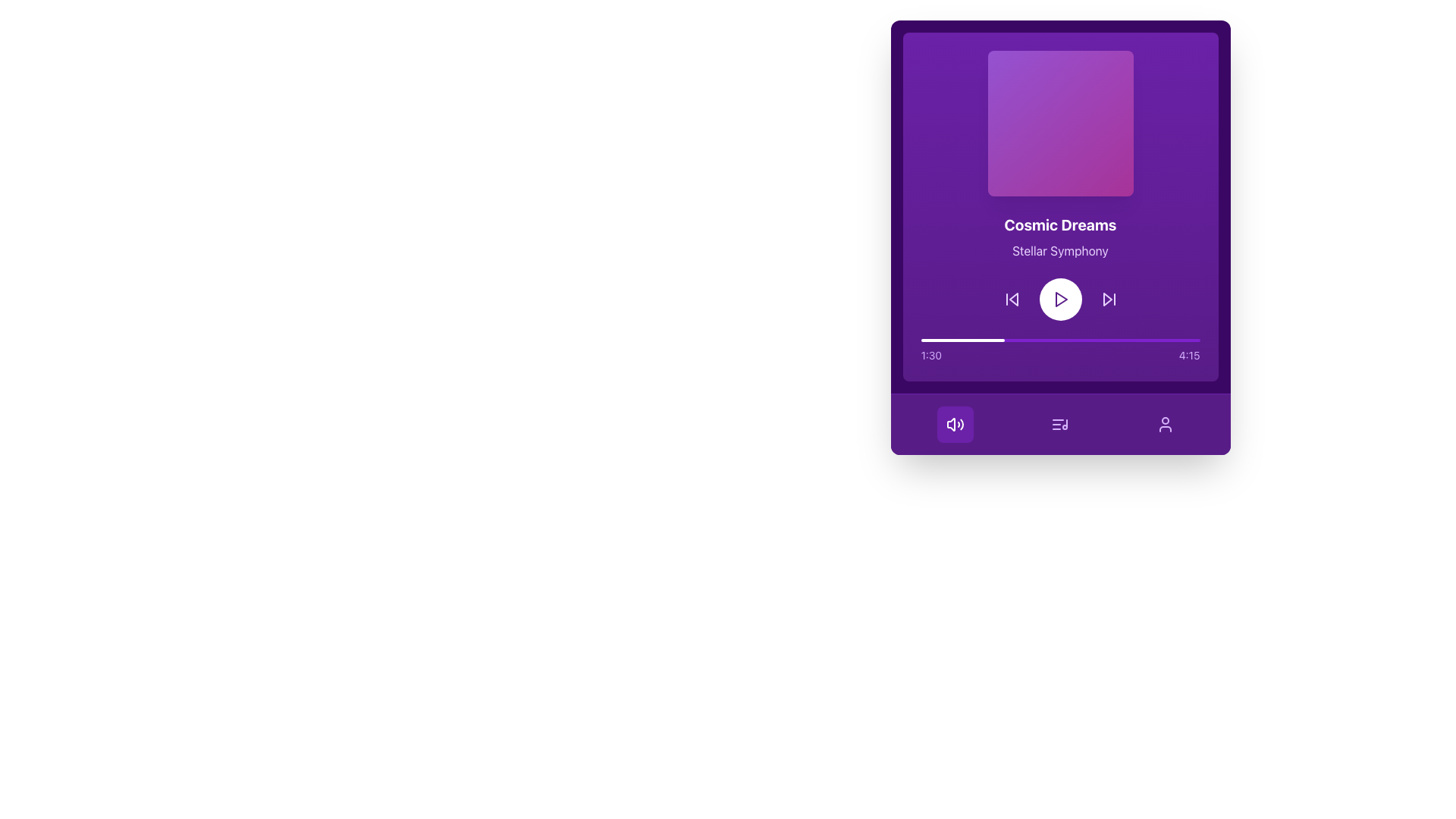  What do you see at coordinates (920, 339) in the screenshot?
I see `the slider position` at bounding box center [920, 339].